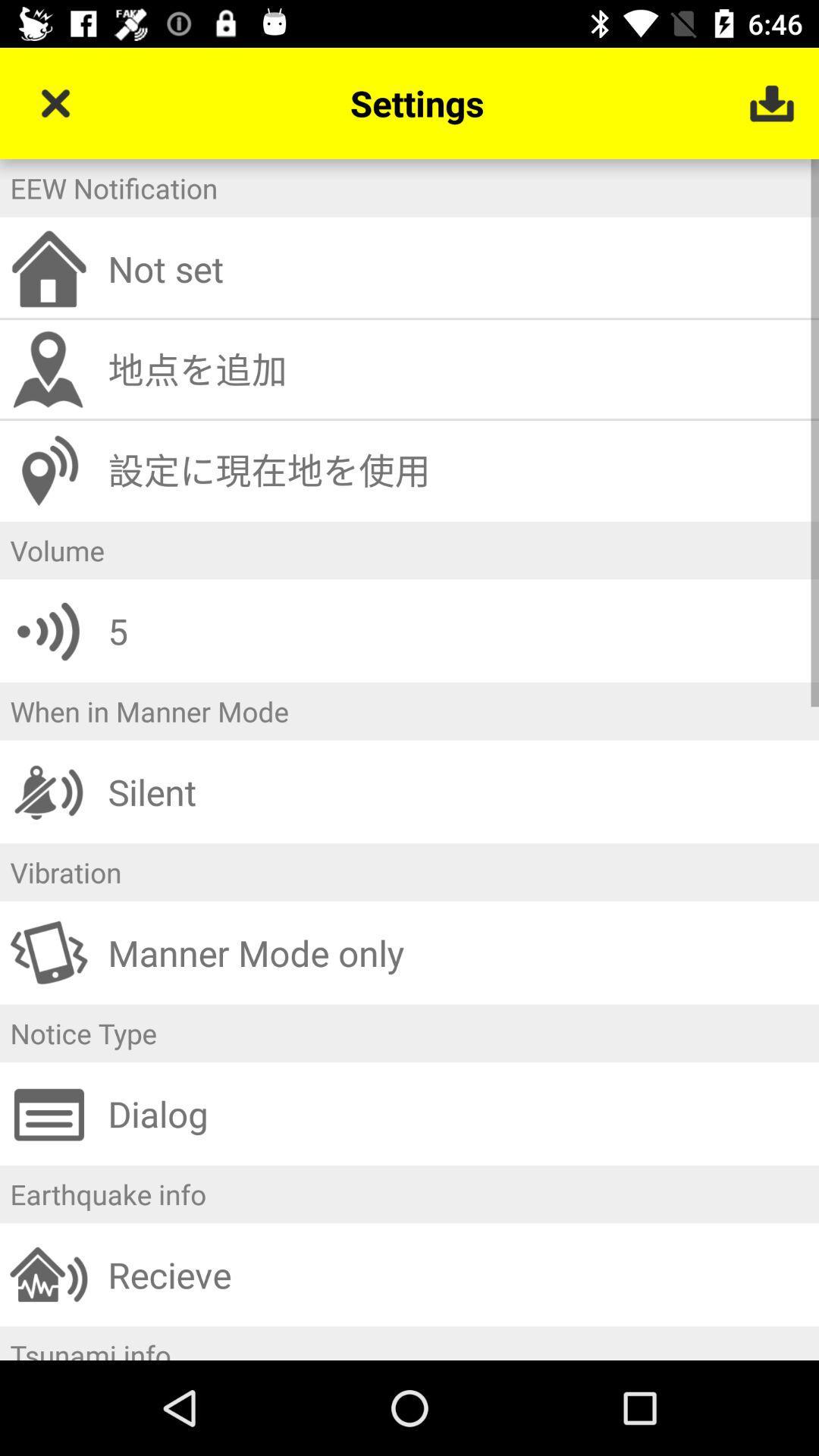 Image resolution: width=819 pixels, height=1456 pixels. I want to click on the icon below when in manner, so click(457, 791).